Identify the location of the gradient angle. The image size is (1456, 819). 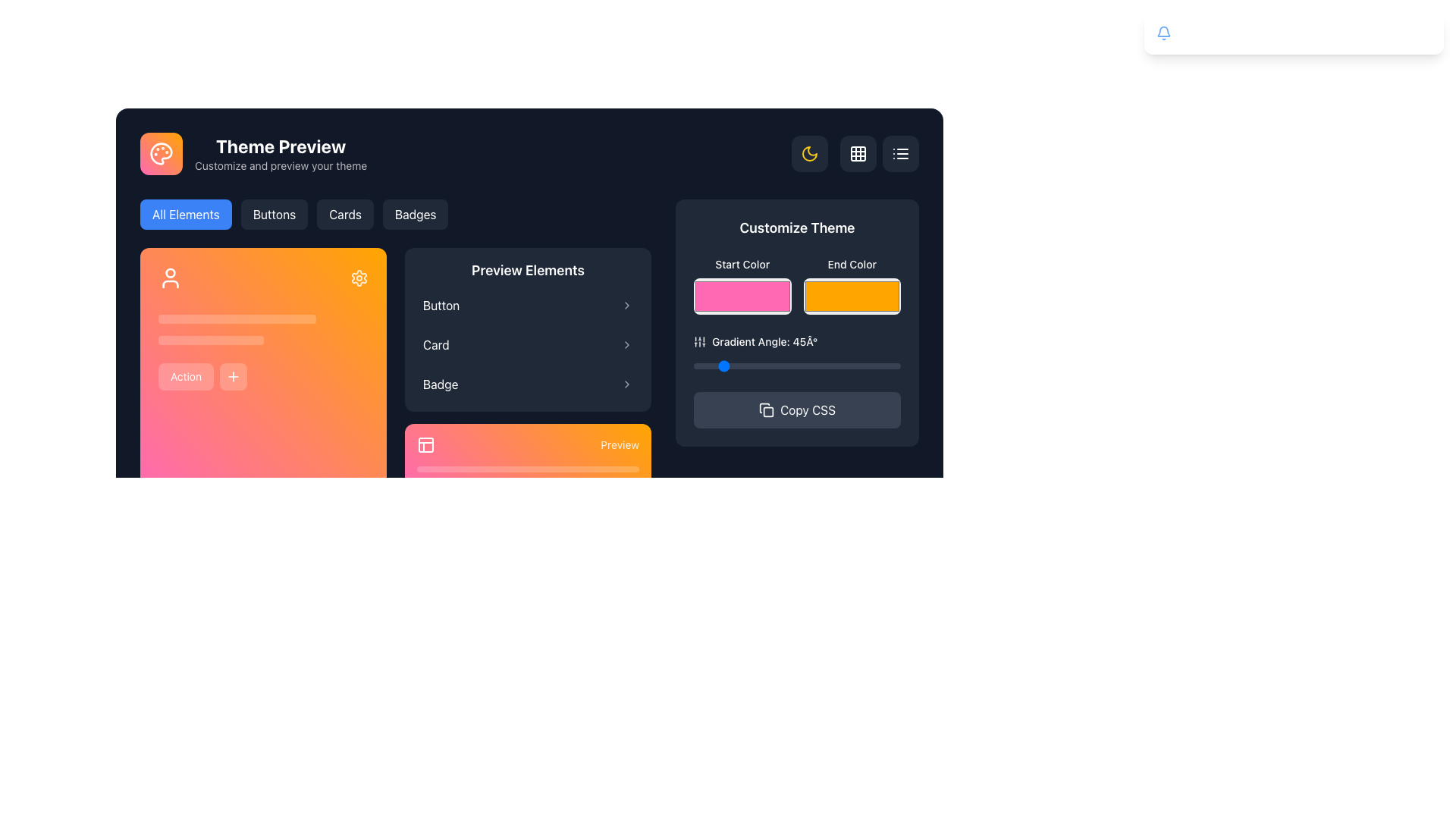
(757, 366).